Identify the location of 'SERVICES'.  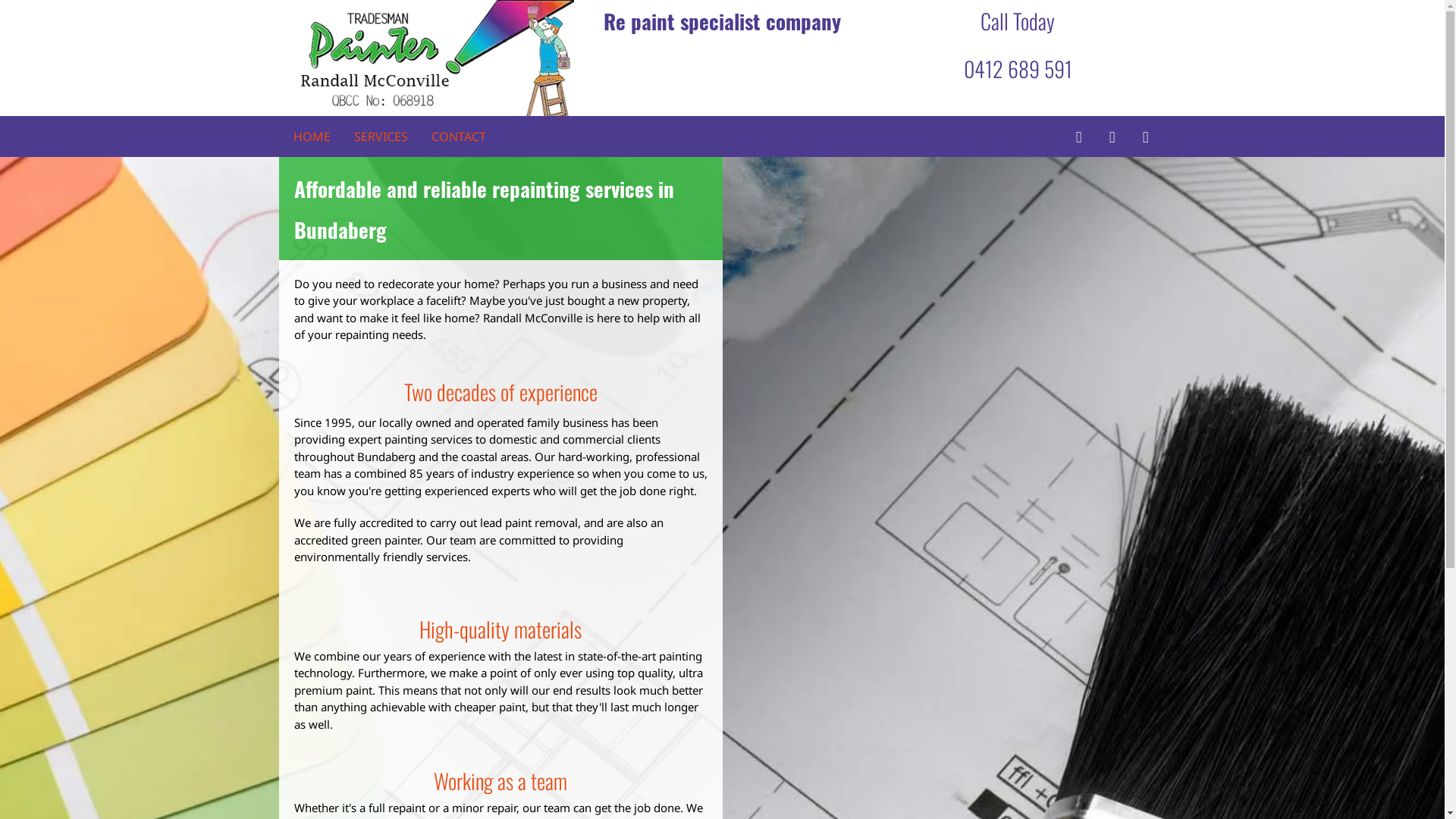
(380, 136).